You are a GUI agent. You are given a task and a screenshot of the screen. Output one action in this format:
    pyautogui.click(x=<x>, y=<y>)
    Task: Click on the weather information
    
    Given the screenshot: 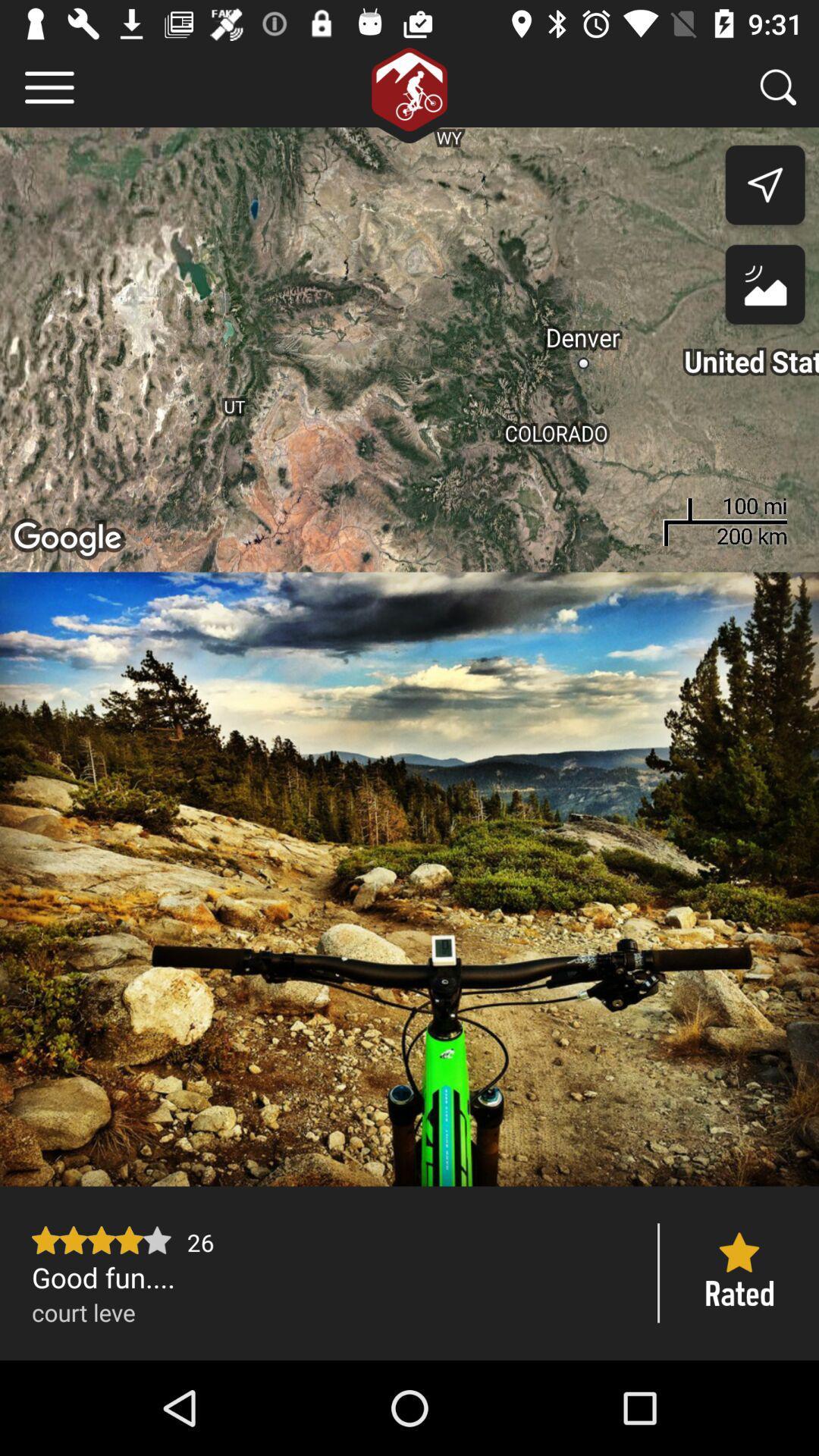 What is the action you would take?
    pyautogui.click(x=765, y=288)
    